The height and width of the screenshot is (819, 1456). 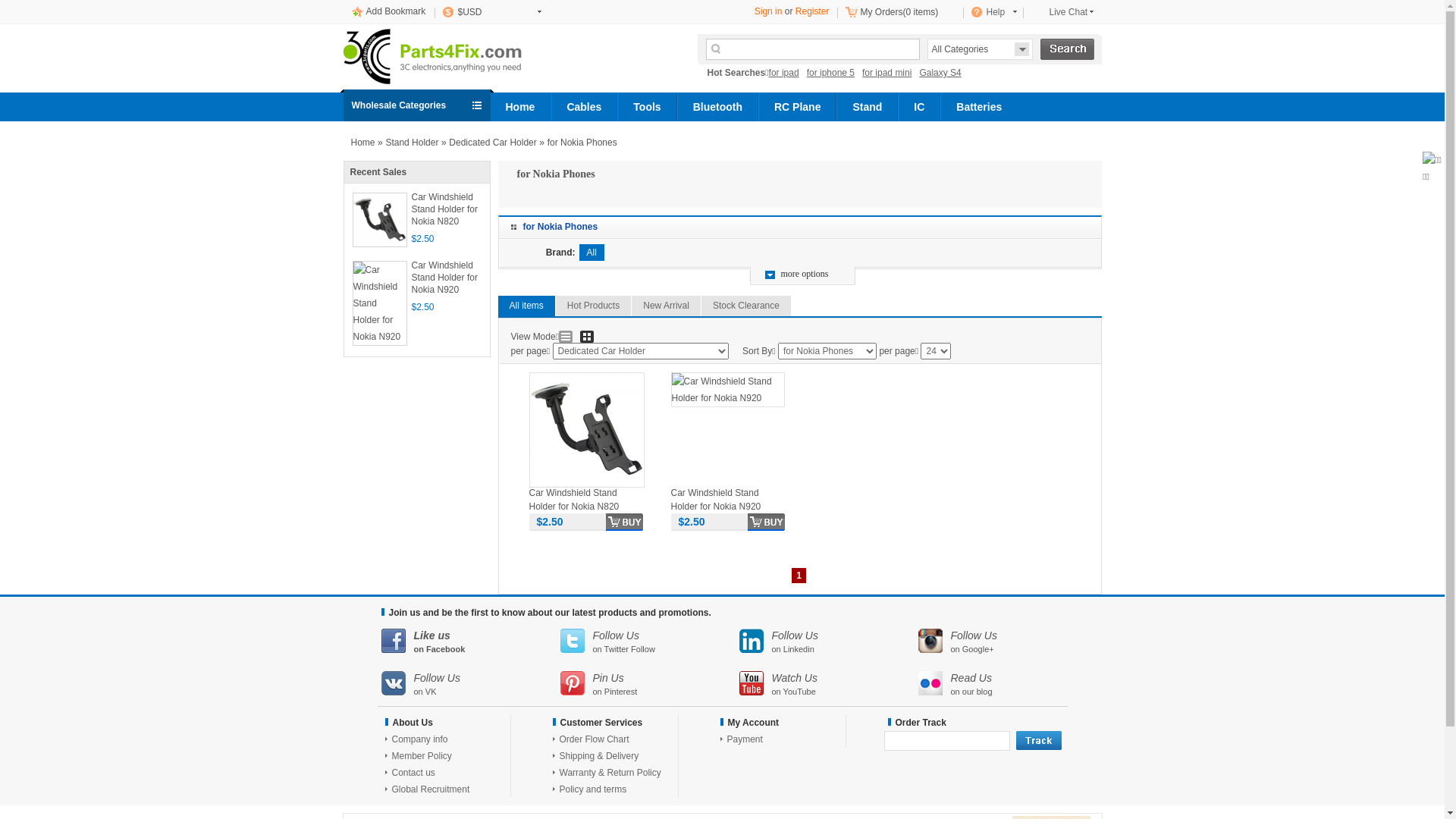 What do you see at coordinates (717, 106) in the screenshot?
I see `'Bluetooth'` at bounding box center [717, 106].